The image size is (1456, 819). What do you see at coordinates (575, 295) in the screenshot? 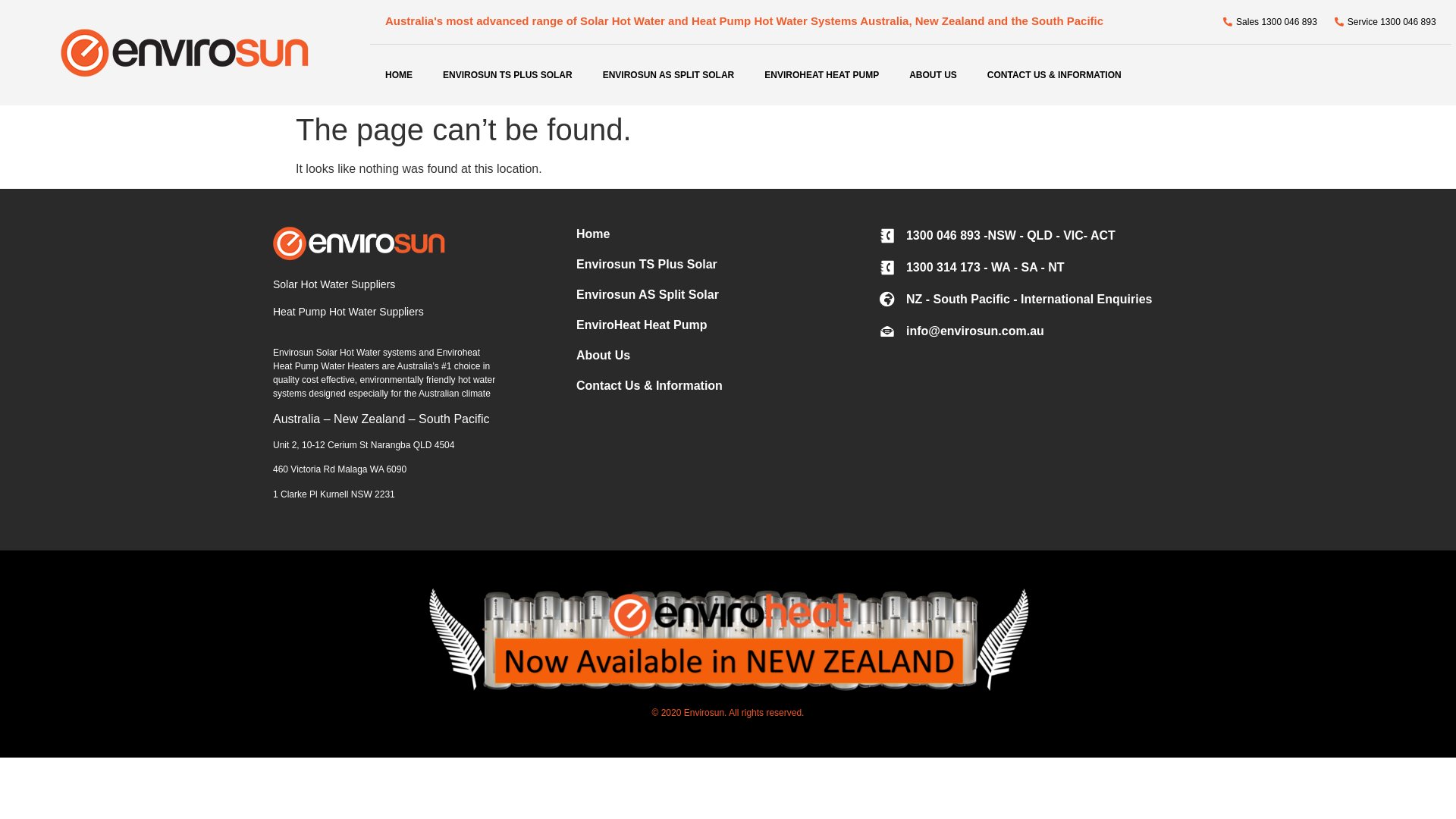
I see `'Envirosun AS Split Solar'` at bounding box center [575, 295].